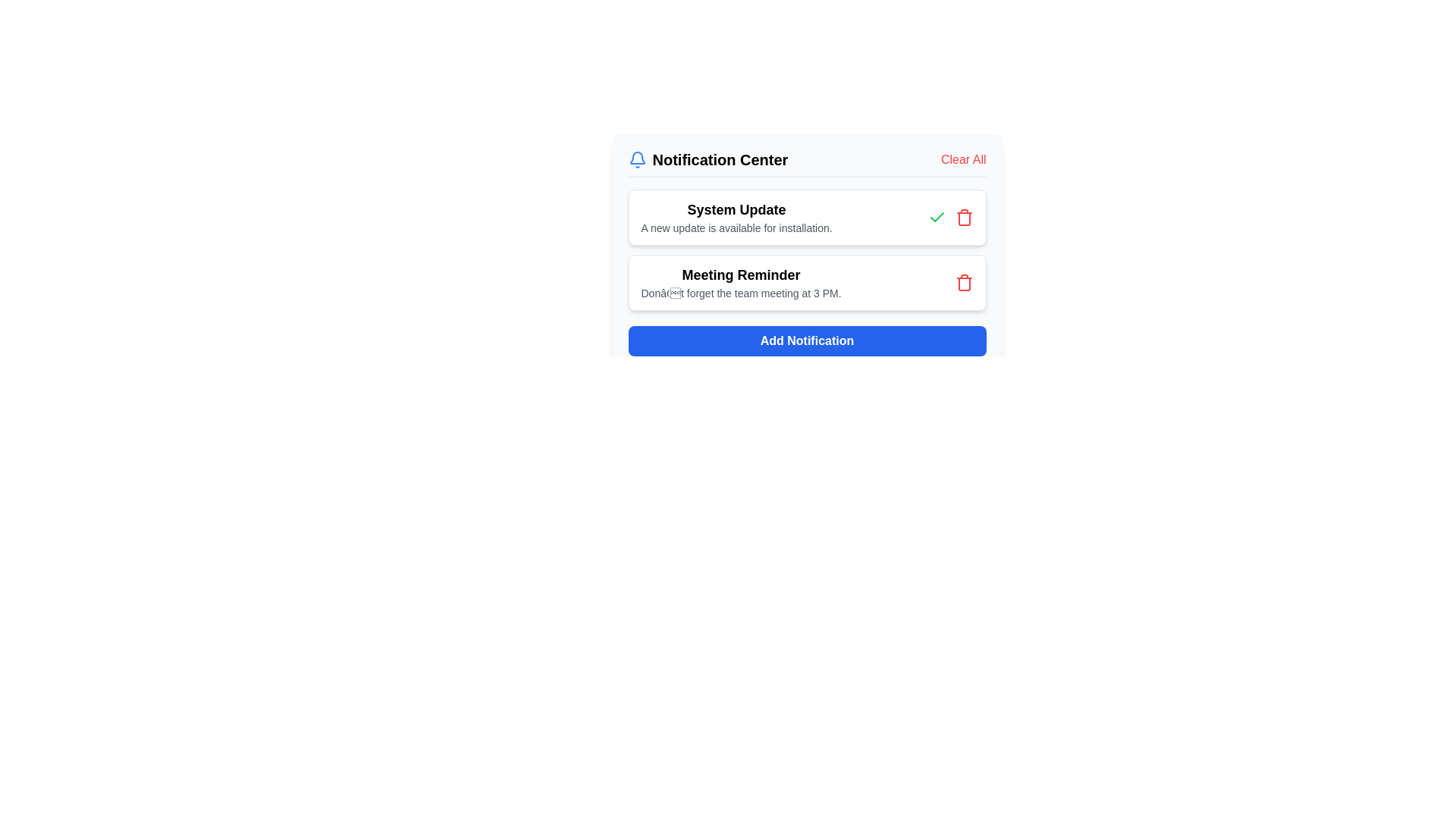  What do you see at coordinates (963, 283) in the screenshot?
I see `the Icon Button located at the far right of the 'Meeting Reminder' notification card` at bounding box center [963, 283].